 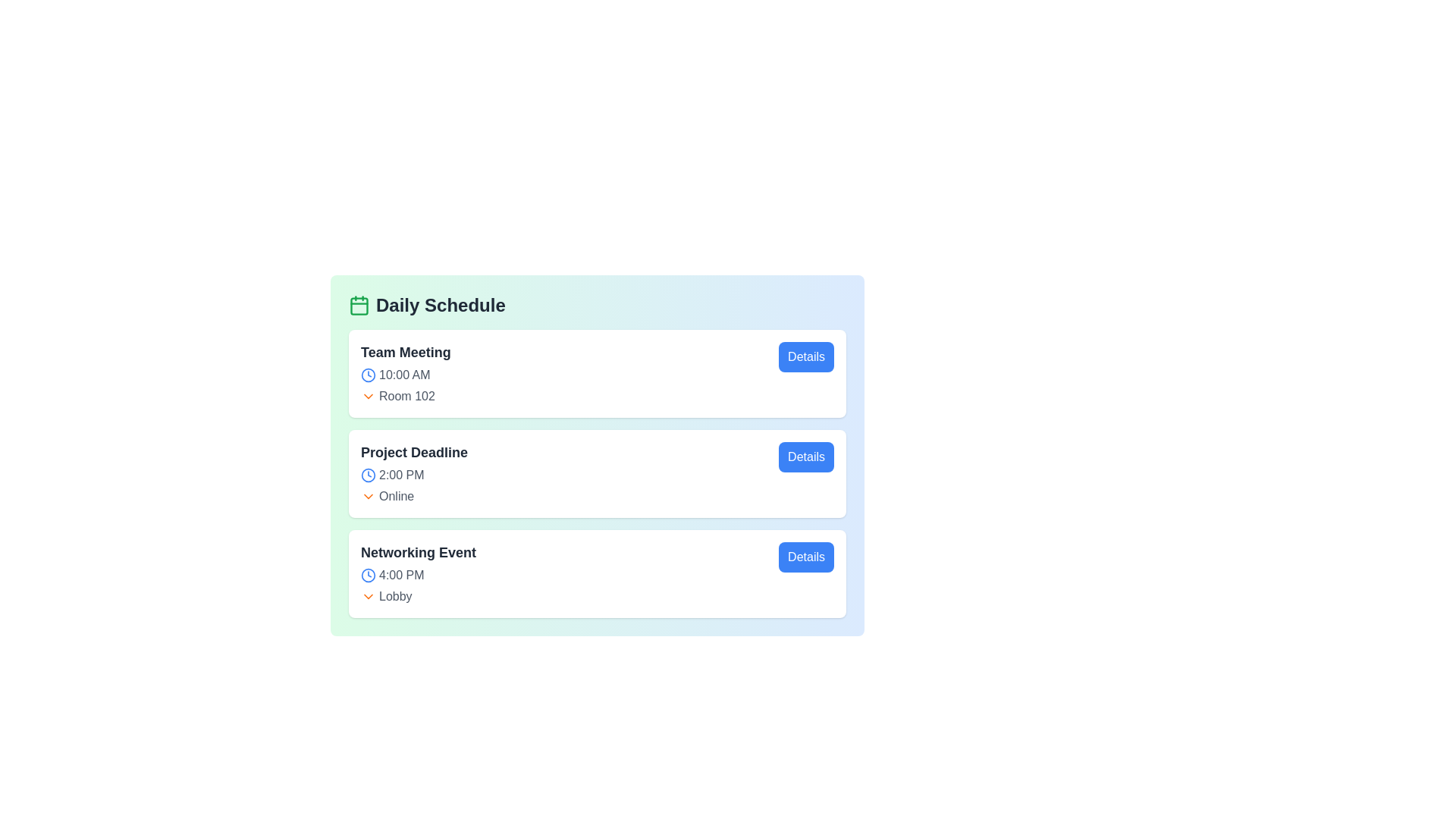 What do you see at coordinates (401, 475) in the screenshot?
I see `the static text displaying '2:00 PM' in gray sans-serif font, which is part of the 'Project Deadline' event section in the schedule interface` at bounding box center [401, 475].